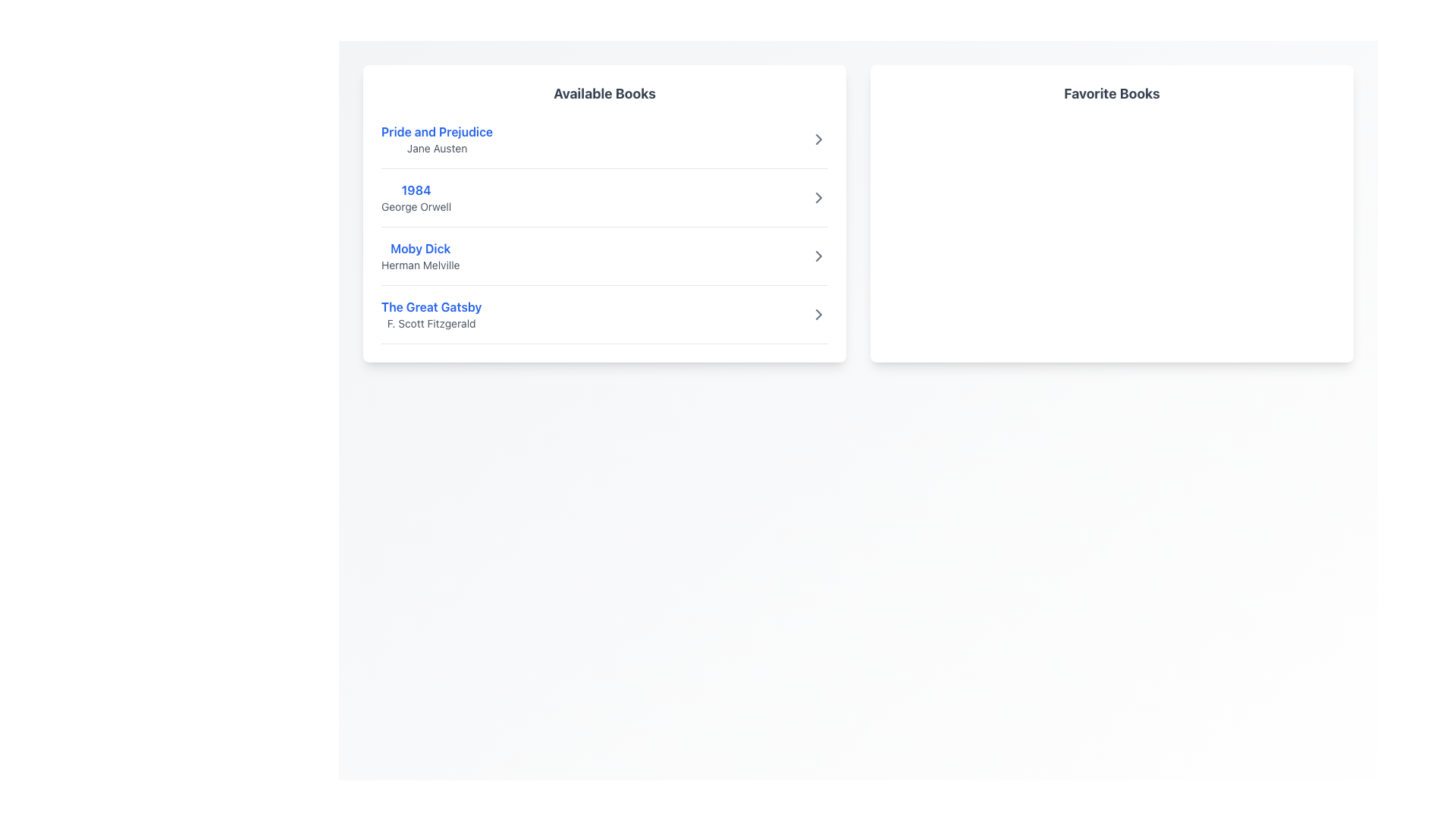  What do you see at coordinates (436, 140) in the screenshot?
I see `the first entry in the 'Available Books' list, which provides the title and author of a book` at bounding box center [436, 140].